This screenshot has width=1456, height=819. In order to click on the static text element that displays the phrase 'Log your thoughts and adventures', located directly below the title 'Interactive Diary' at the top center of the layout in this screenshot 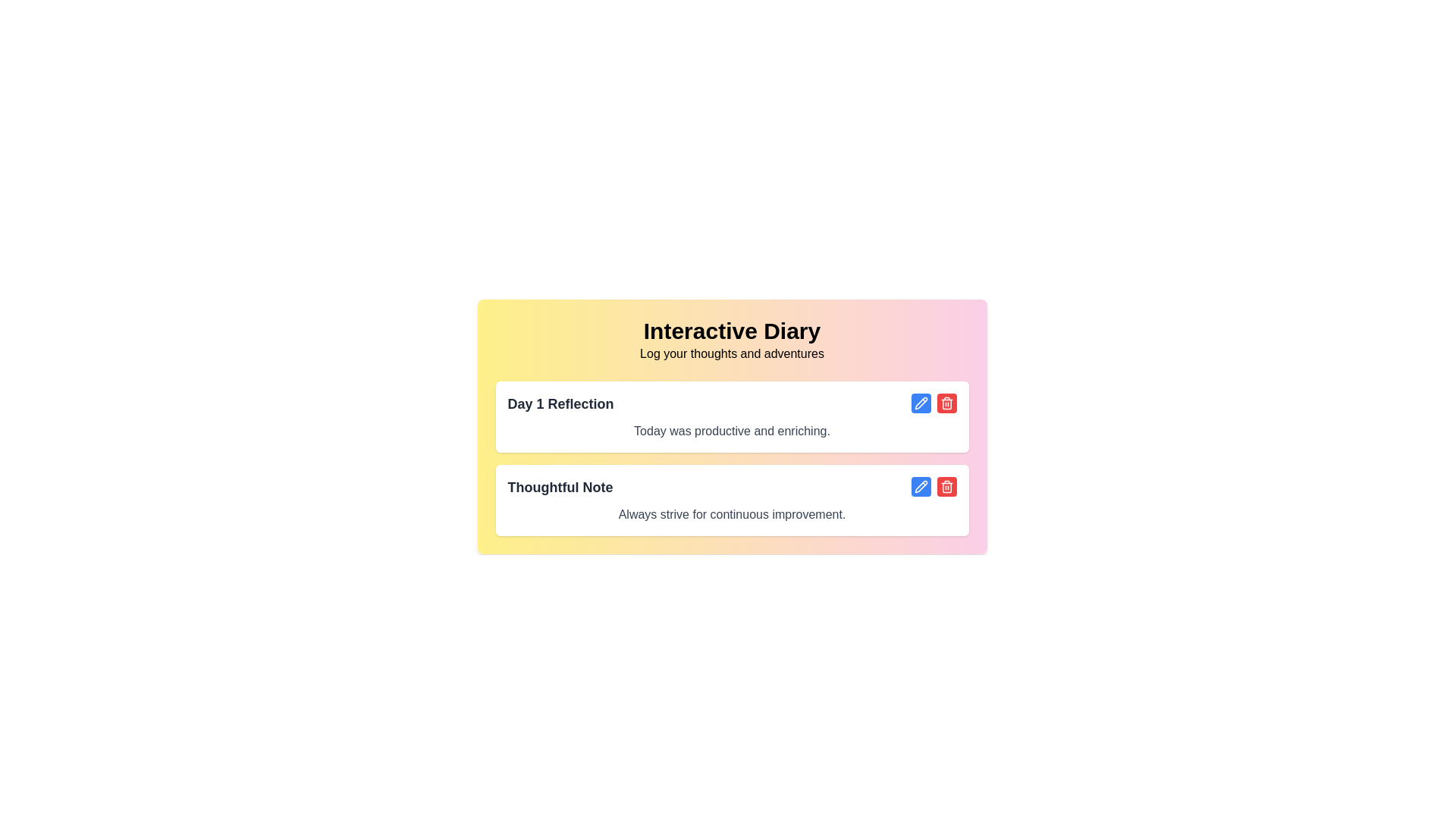, I will do `click(732, 353)`.